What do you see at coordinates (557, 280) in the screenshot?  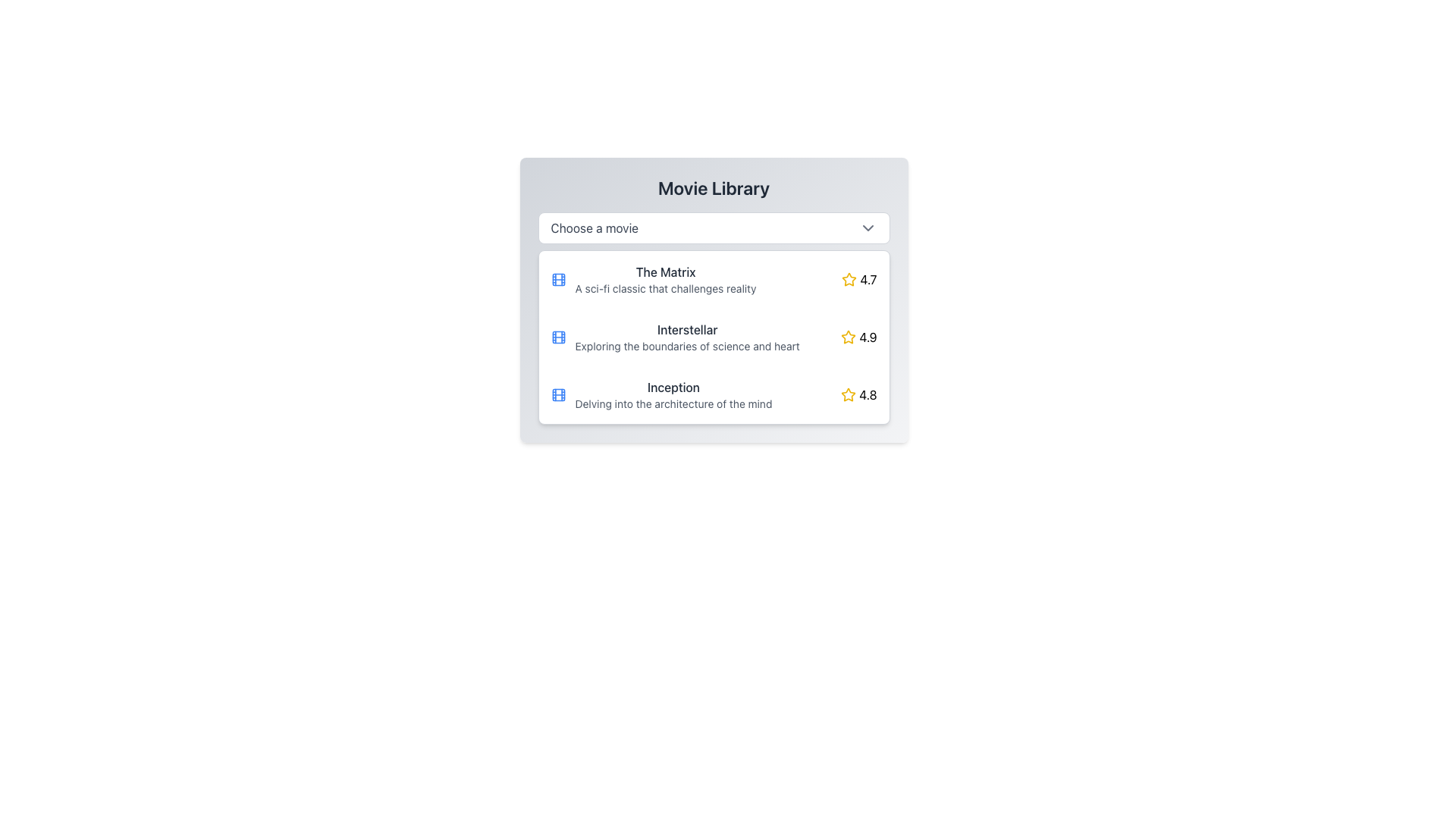 I see `the decorative film strip icon located at the top-left corner of the first movie item in the vertical list` at bounding box center [557, 280].